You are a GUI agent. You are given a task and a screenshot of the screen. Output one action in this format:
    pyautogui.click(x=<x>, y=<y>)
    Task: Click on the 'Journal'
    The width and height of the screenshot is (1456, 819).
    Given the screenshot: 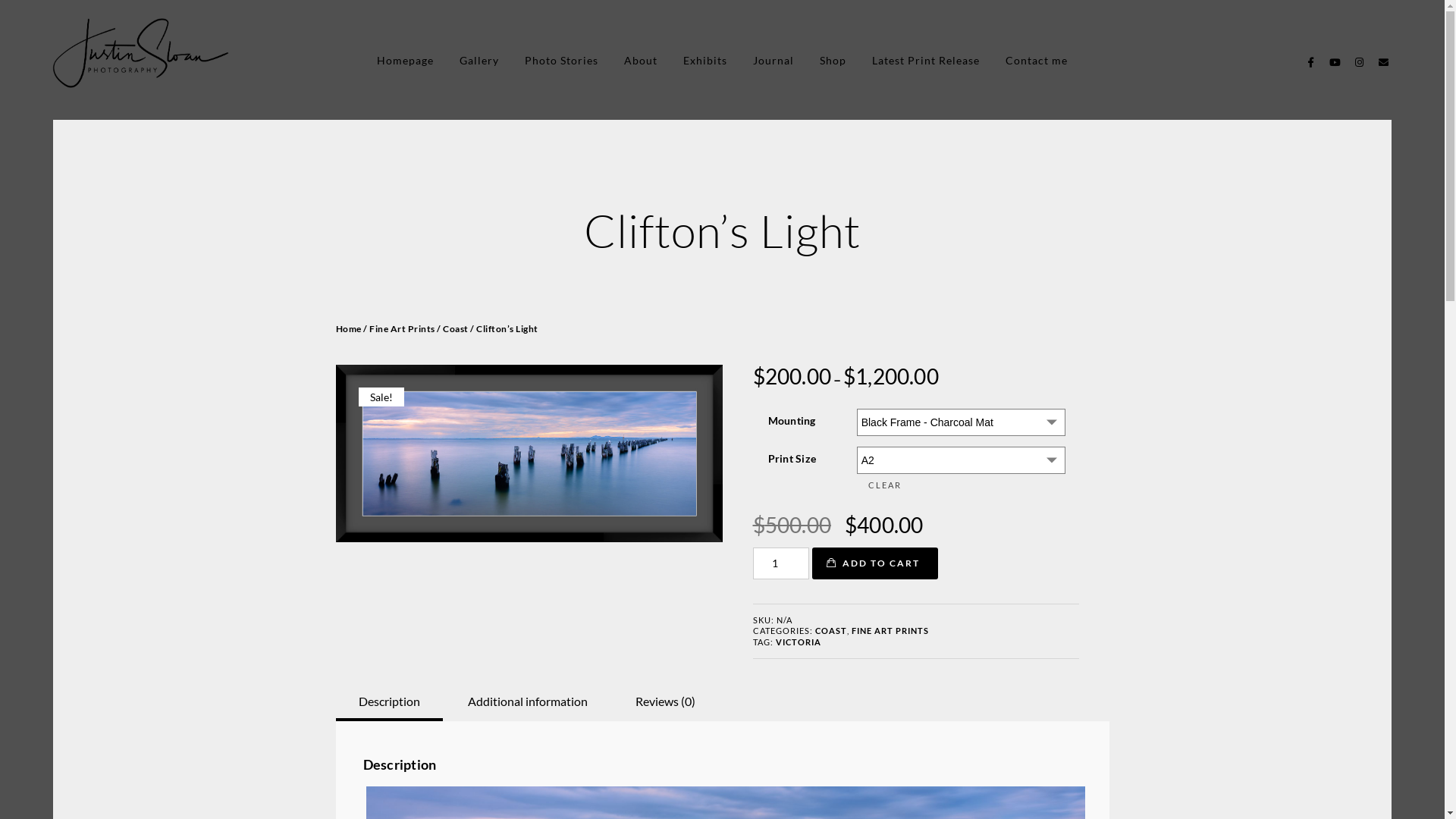 What is the action you would take?
    pyautogui.click(x=773, y=59)
    